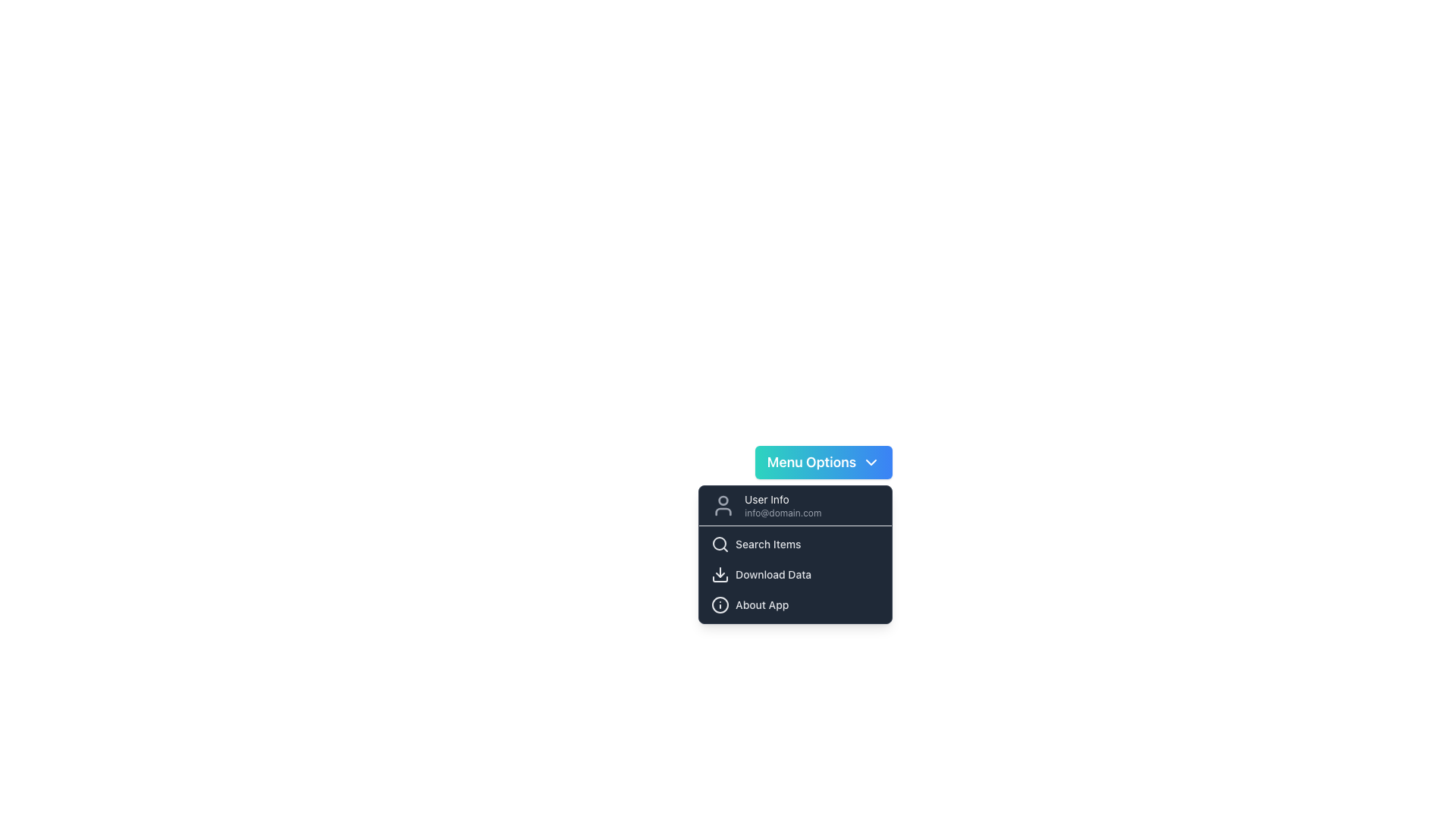 Image resolution: width=1456 pixels, height=819 pixels. What do you see at coordinates (719, 543) in the screenshot?
I see `the circular magnifying glass icon in the second item of the dropdown menu labeled 'Search Items' to interact with the associated menu item` at bounding box center [719, 543].